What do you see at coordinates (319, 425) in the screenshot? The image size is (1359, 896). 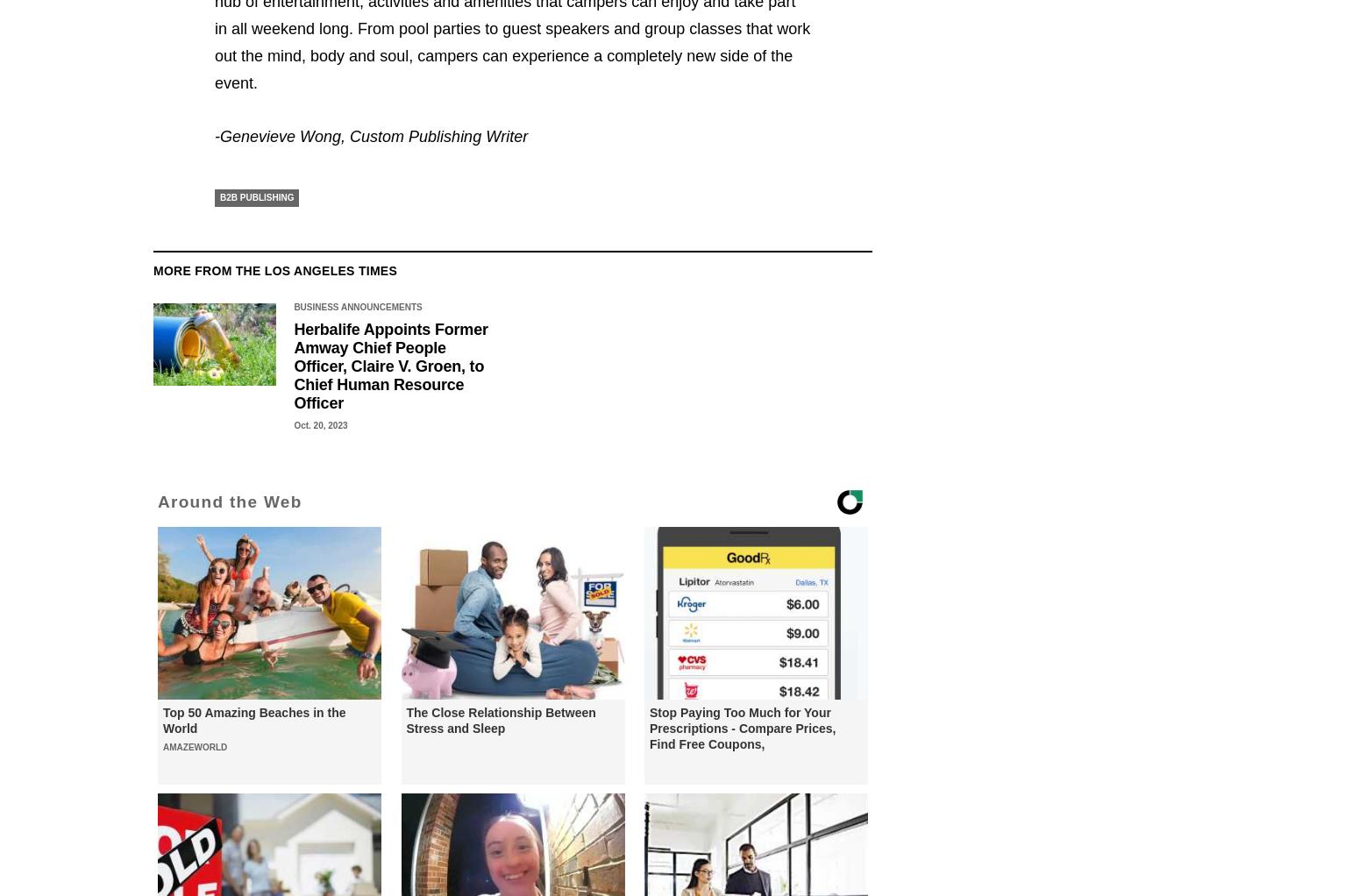 I see `'Oct. 20, 2023'` at bounding box center [319, 425].